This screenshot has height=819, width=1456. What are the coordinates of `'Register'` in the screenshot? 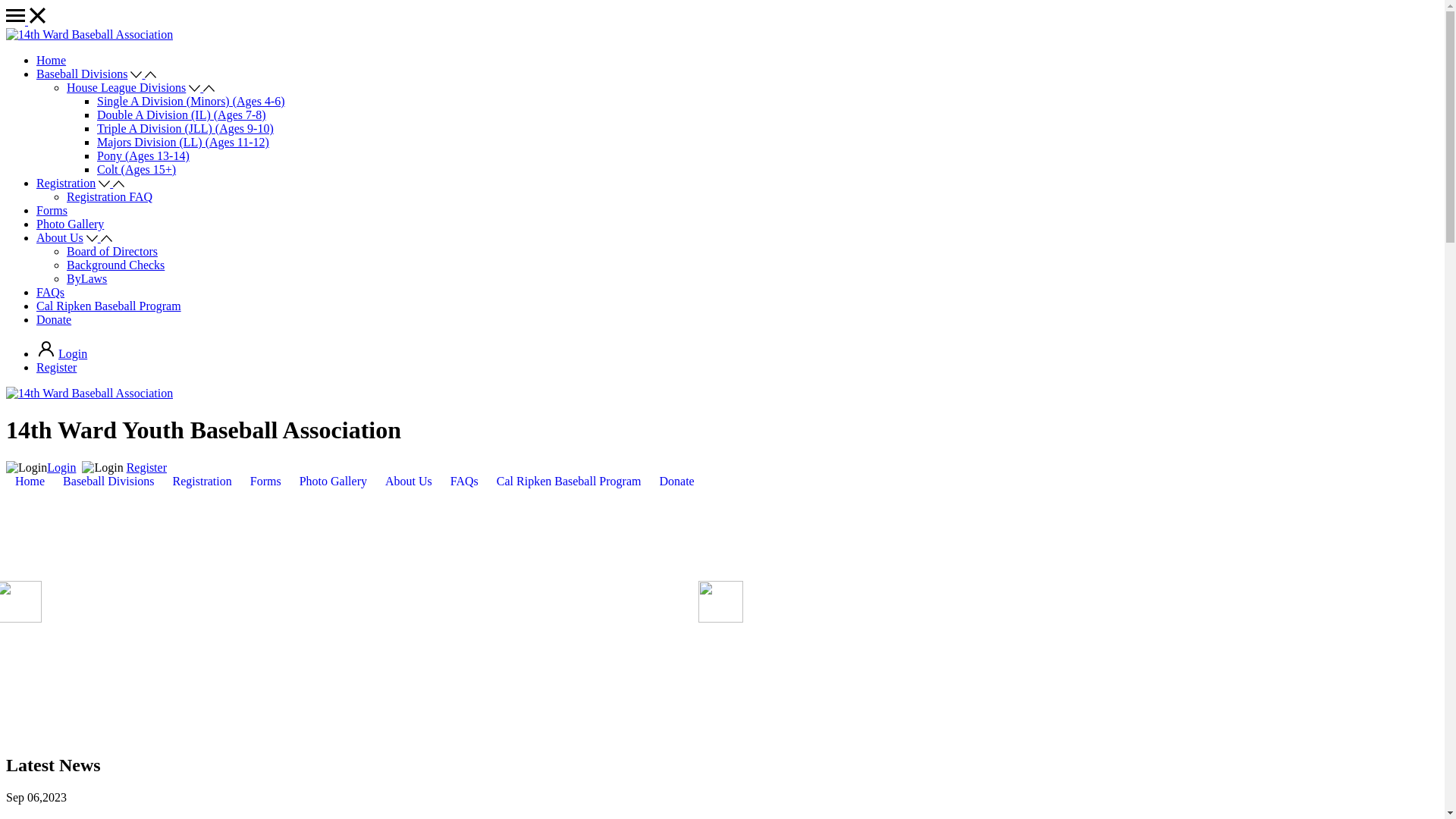 It's located at (146, 466).